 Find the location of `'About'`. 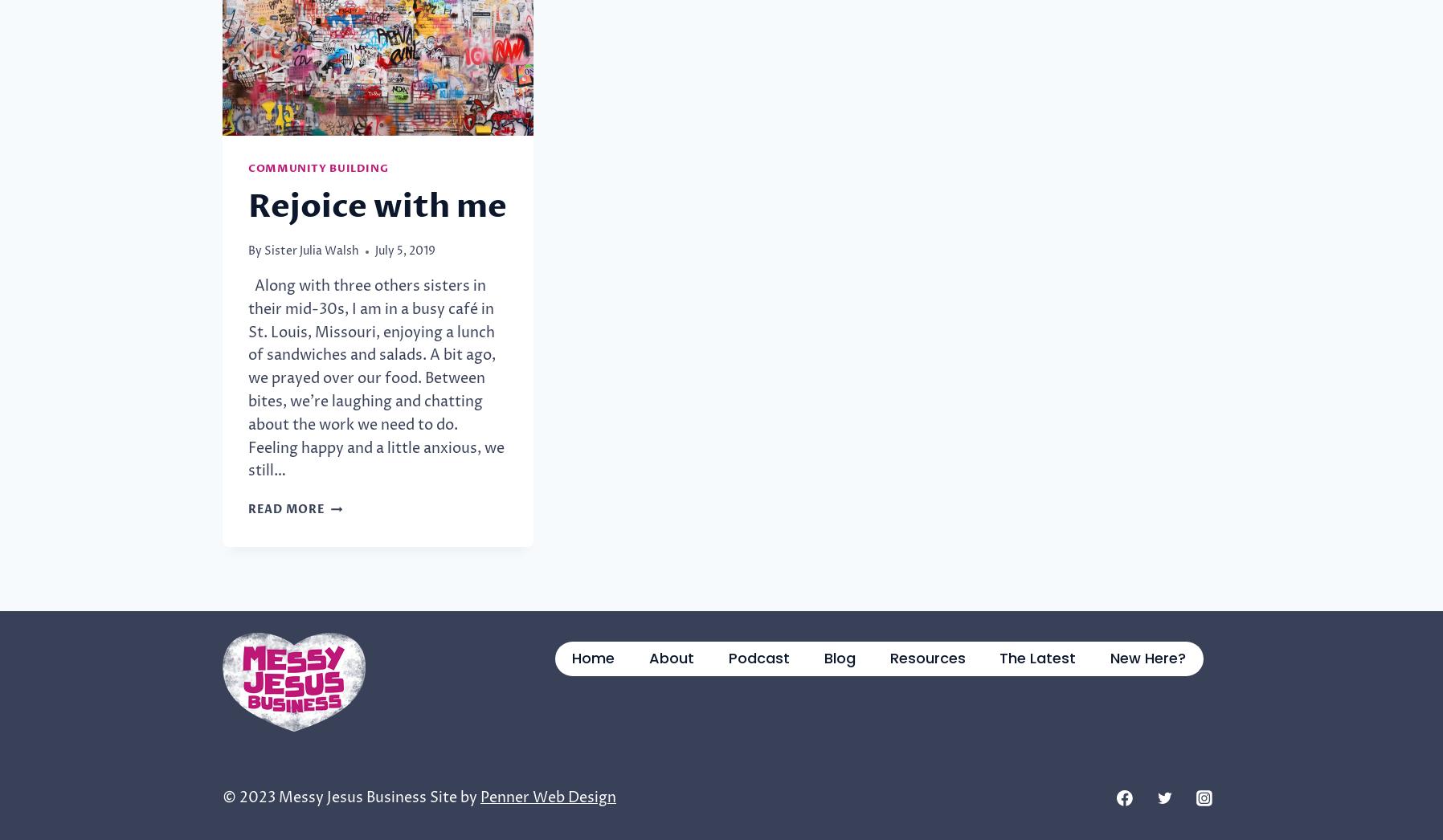

'About' is located at coordinates (672, 657).